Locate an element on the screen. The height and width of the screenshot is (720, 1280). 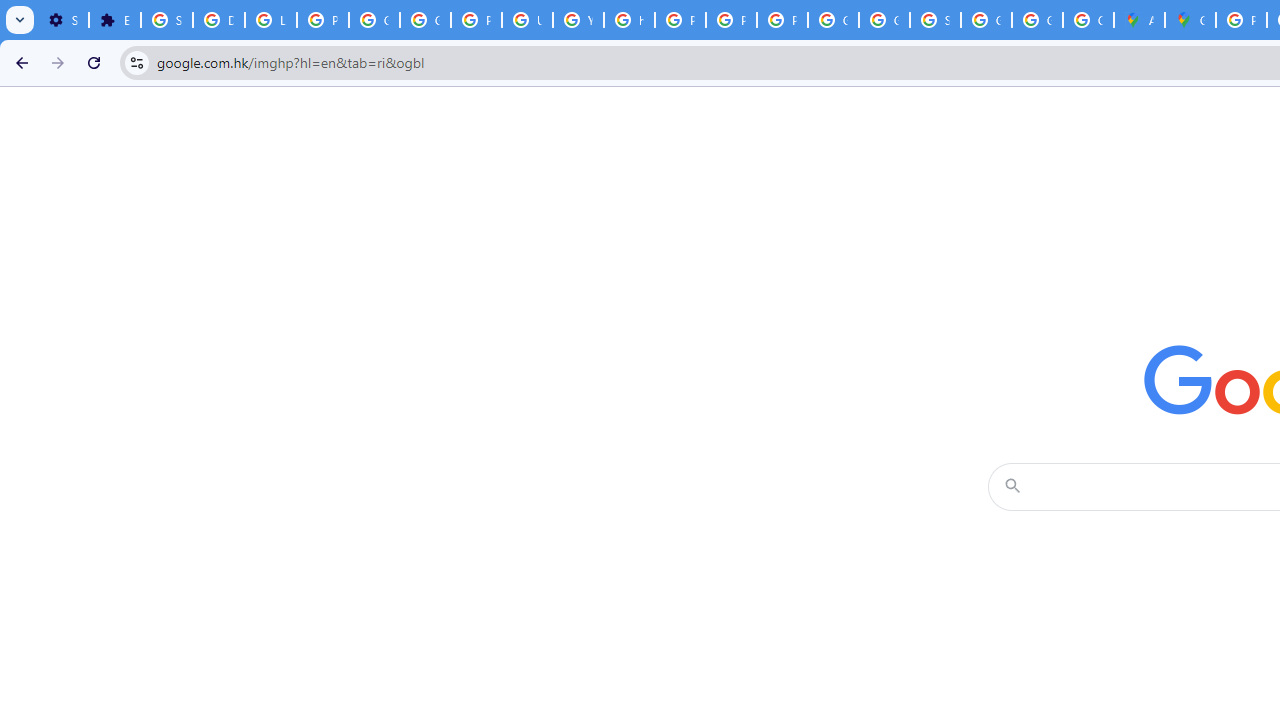
'Google Account Help' is located at coordinates (375, 20).